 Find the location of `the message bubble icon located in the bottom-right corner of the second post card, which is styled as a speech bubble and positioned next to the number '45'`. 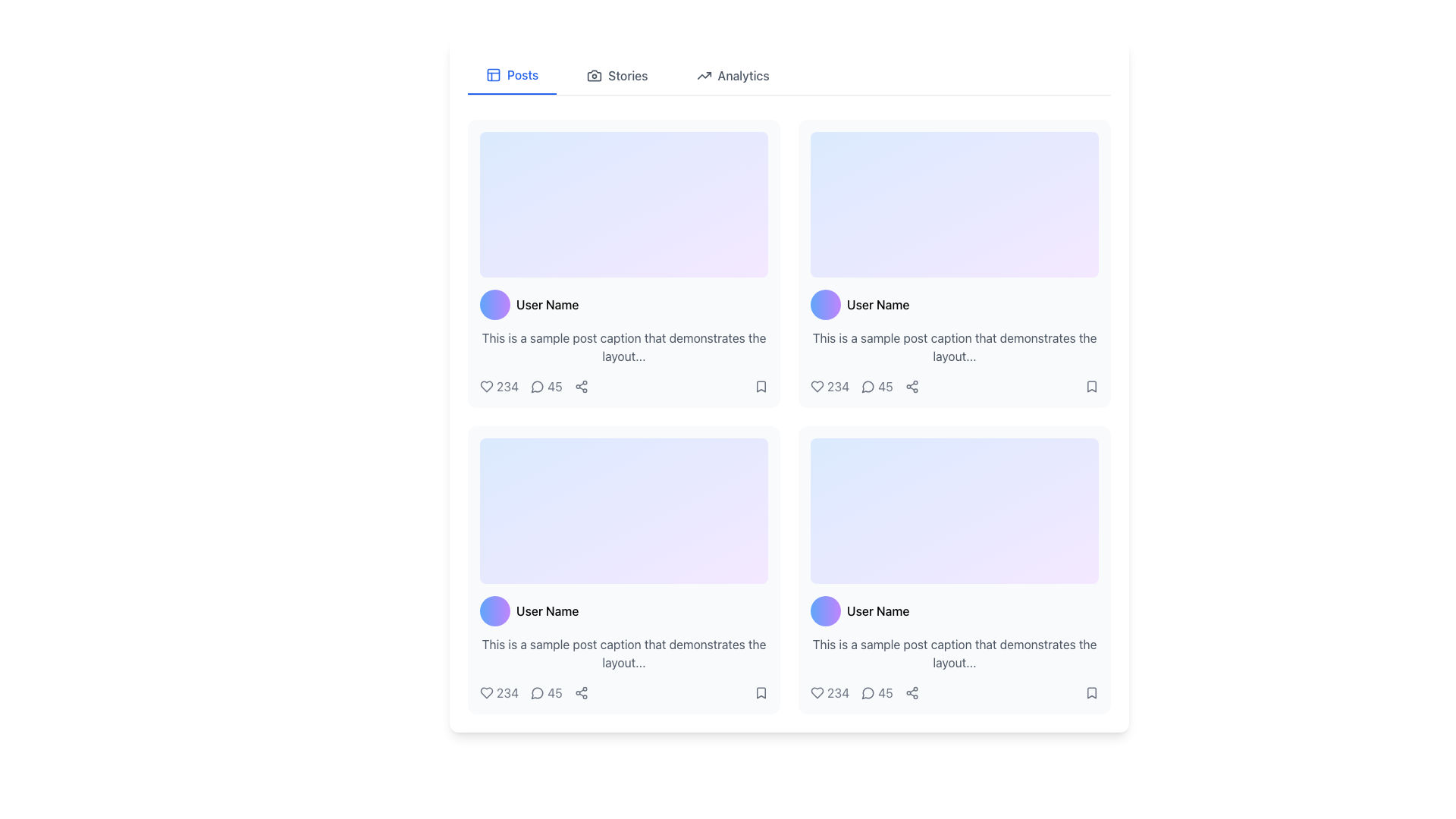

the message bubble icon located in the bottom-right corner of the second post card, which is styled as a speech bubble and positioned next to the number '45' is located at coordinates (868, 693).